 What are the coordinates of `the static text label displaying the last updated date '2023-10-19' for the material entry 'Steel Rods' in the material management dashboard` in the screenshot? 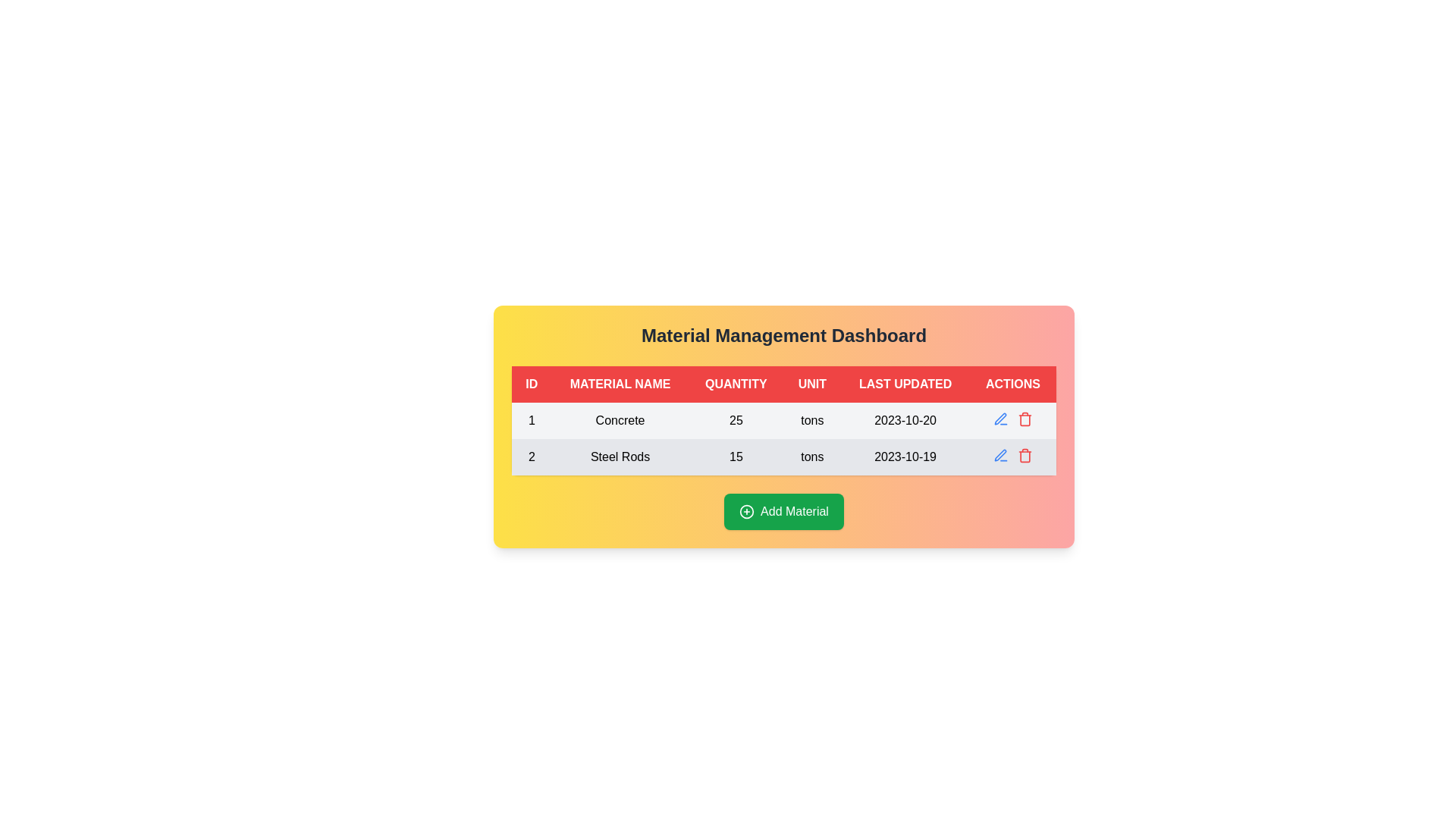 It's located at (905, 456).